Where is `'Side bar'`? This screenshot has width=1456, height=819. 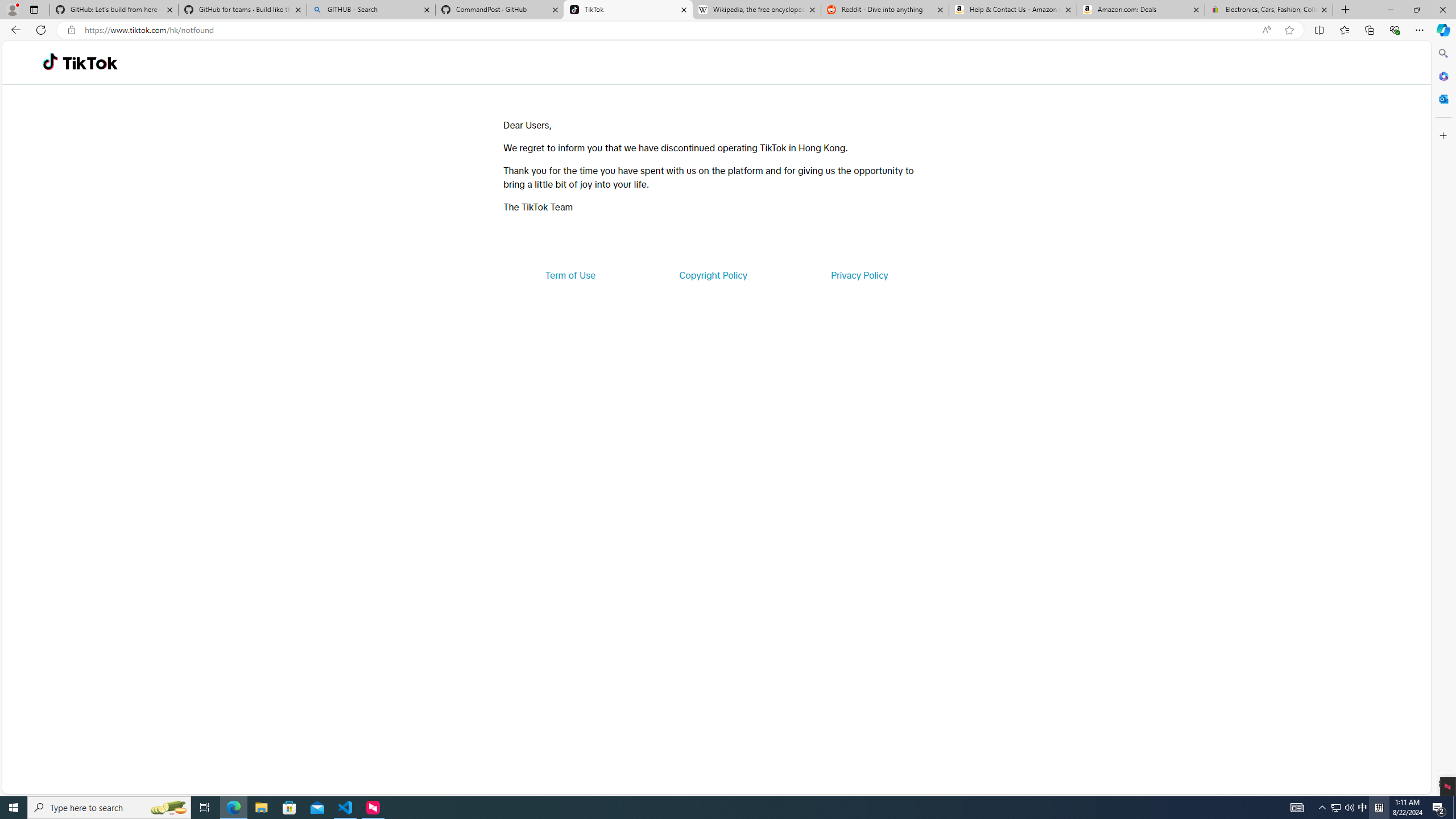 'Side bar' is located at coordinates (1443, 418).